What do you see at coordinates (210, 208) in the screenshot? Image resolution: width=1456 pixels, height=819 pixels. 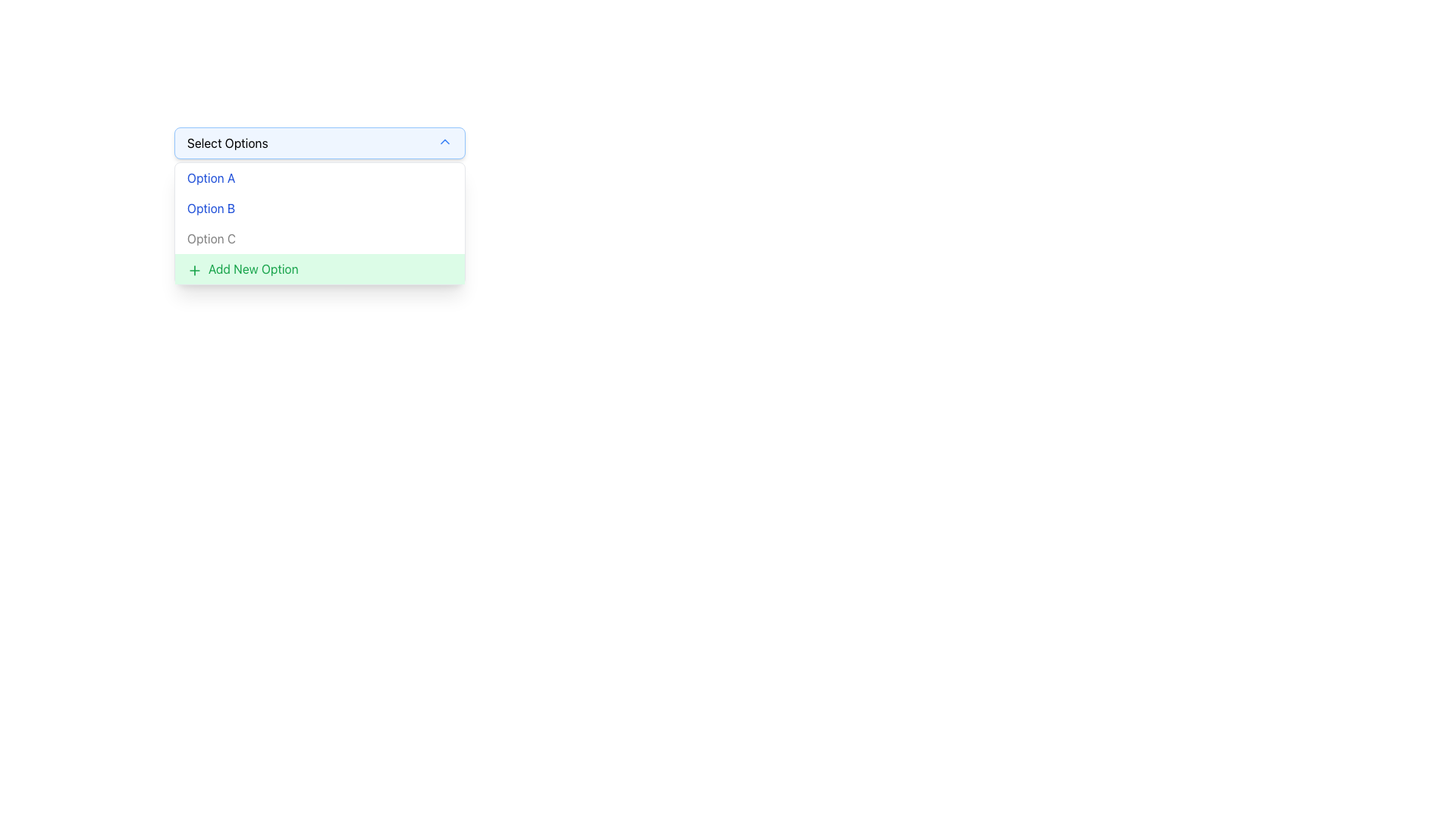 I see `the second option in the dropdown menu` at bounding box center [210, 208].